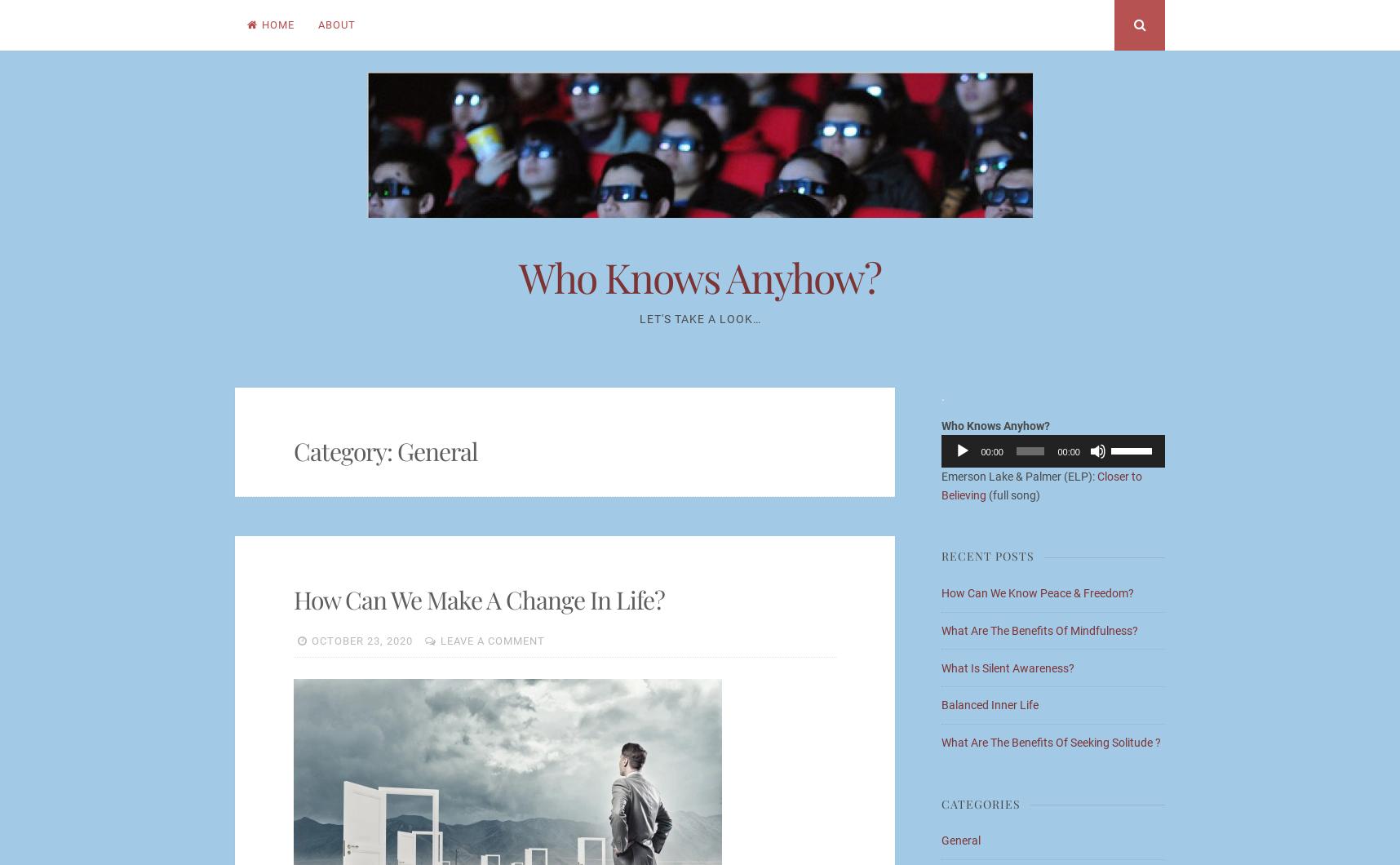 The height and width of the screenshot is (865, 1400). What do you see at coordinates (941, 476) in the screenshot?
I see `'Emerson Lake & Palmer (ELP):'` at bounding box center [941, 476].